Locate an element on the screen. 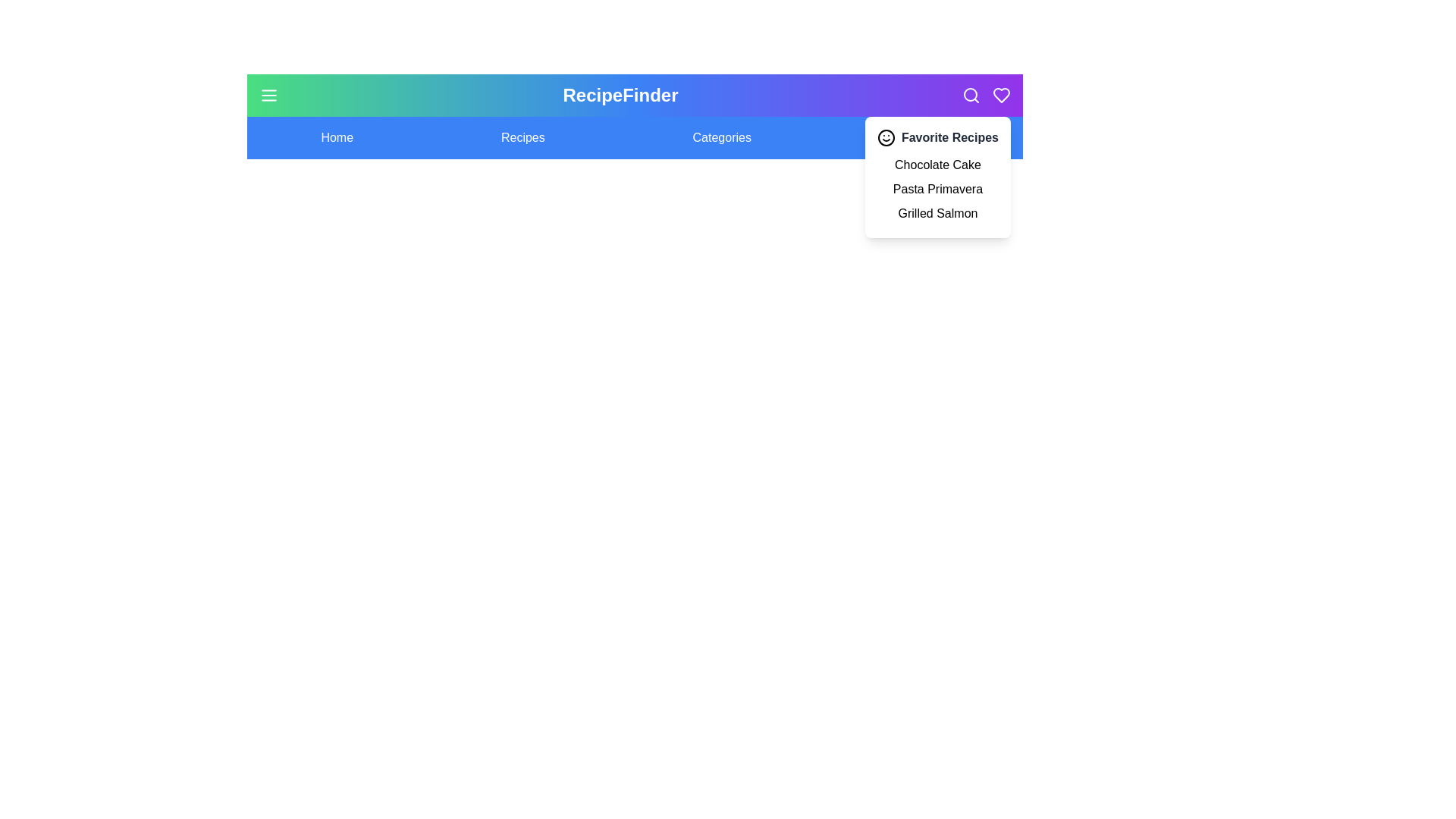 The width and height of the screenshot is (1456, 819). the menu item labeled Home to navigate to its section is located at coordinates (336, 137).